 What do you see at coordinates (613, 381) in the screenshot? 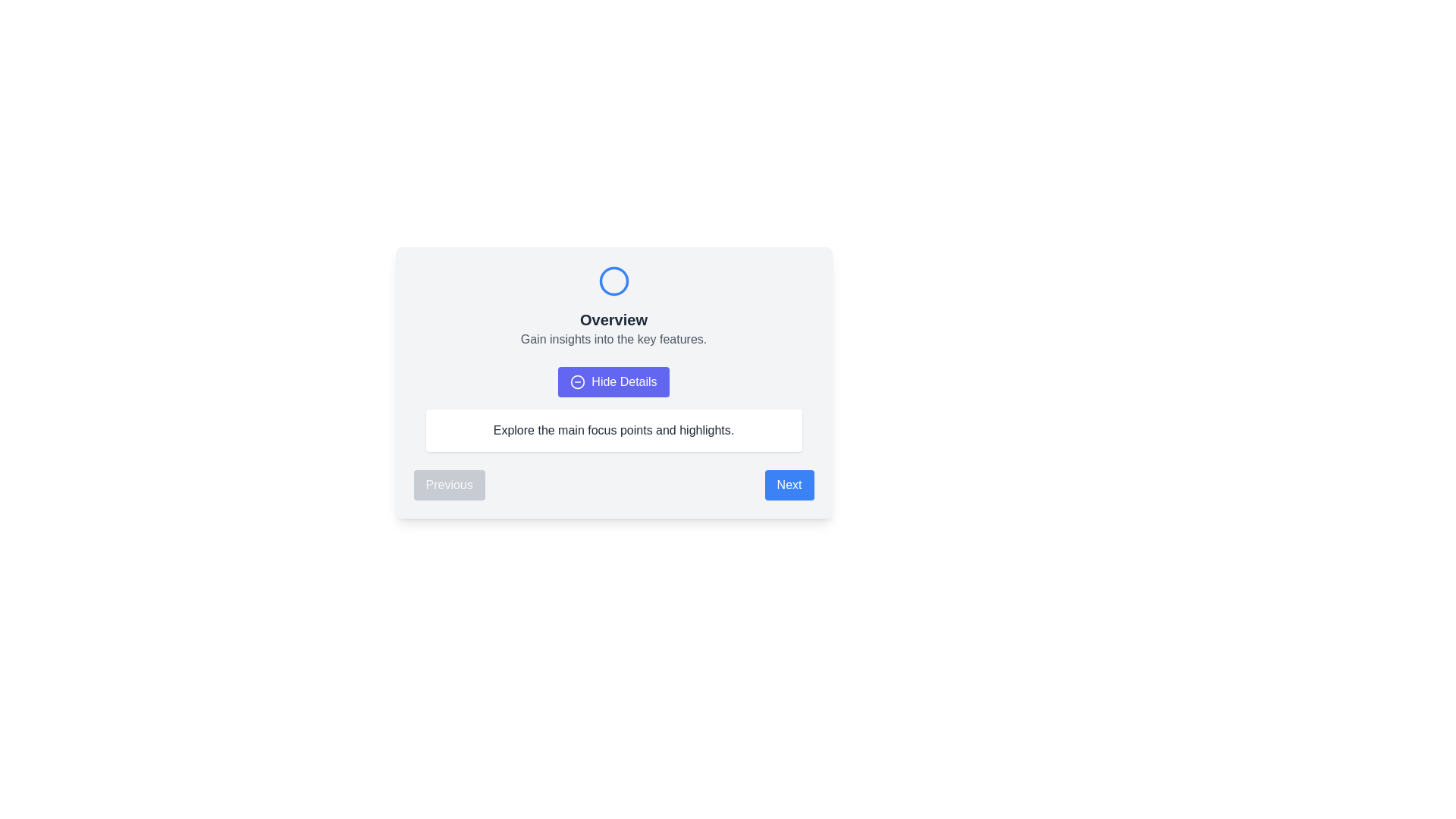
I see `the 'Hide Details' button to toggle the visibility of the details section` at bounding box center [613, 381].